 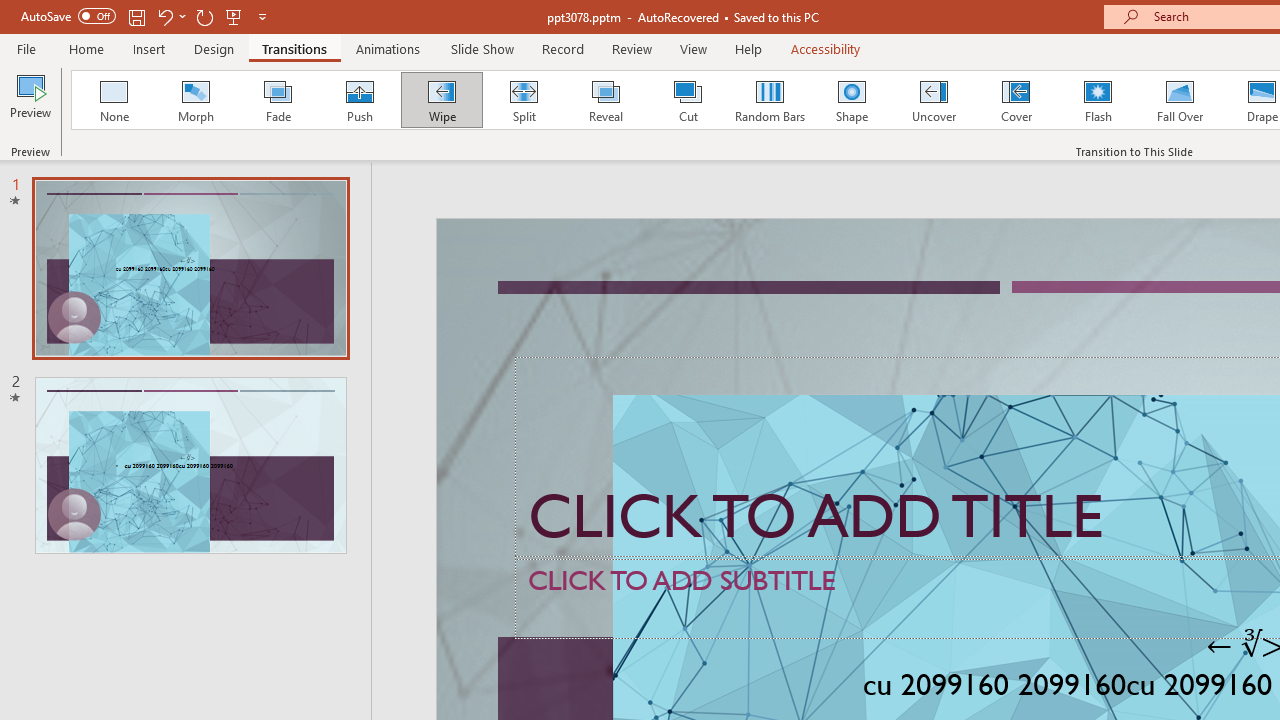 I want to click on 'Push', so click(x=359, y=100).